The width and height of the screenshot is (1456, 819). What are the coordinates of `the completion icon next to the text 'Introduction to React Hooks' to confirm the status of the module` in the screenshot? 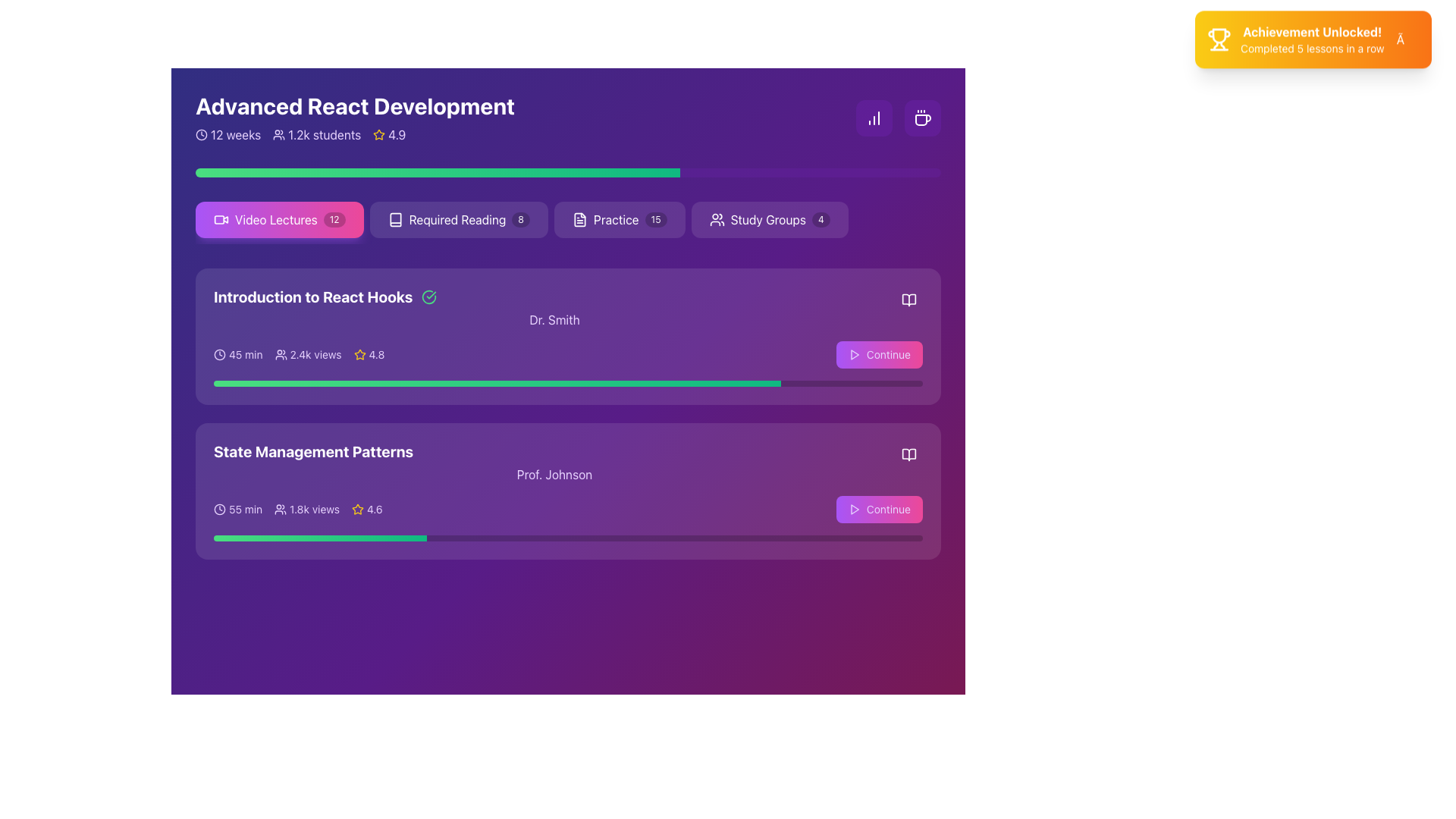 It's located at (428, 297).